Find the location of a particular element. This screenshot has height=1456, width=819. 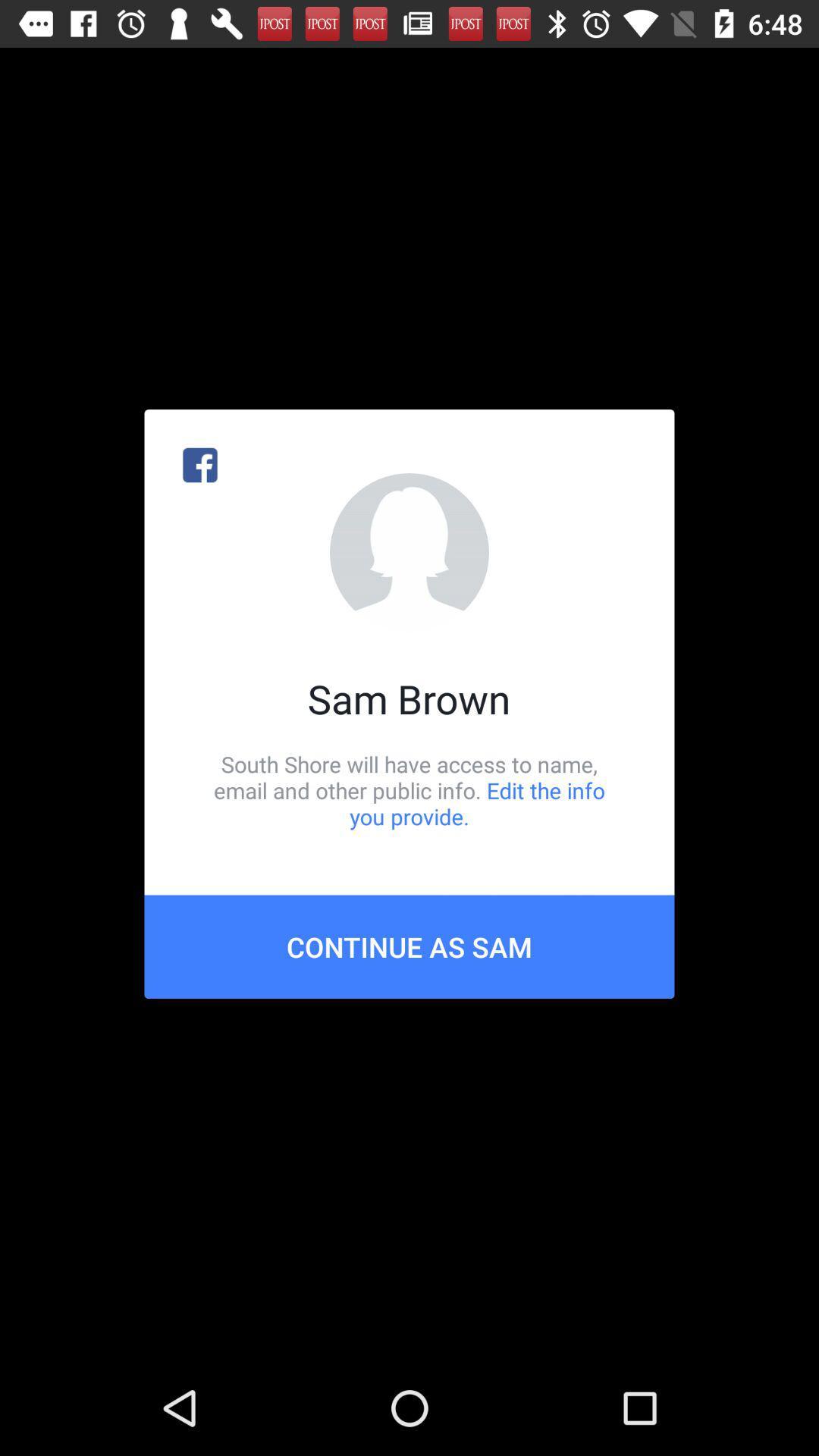

continue as sam is located at coordinates (409, 946).